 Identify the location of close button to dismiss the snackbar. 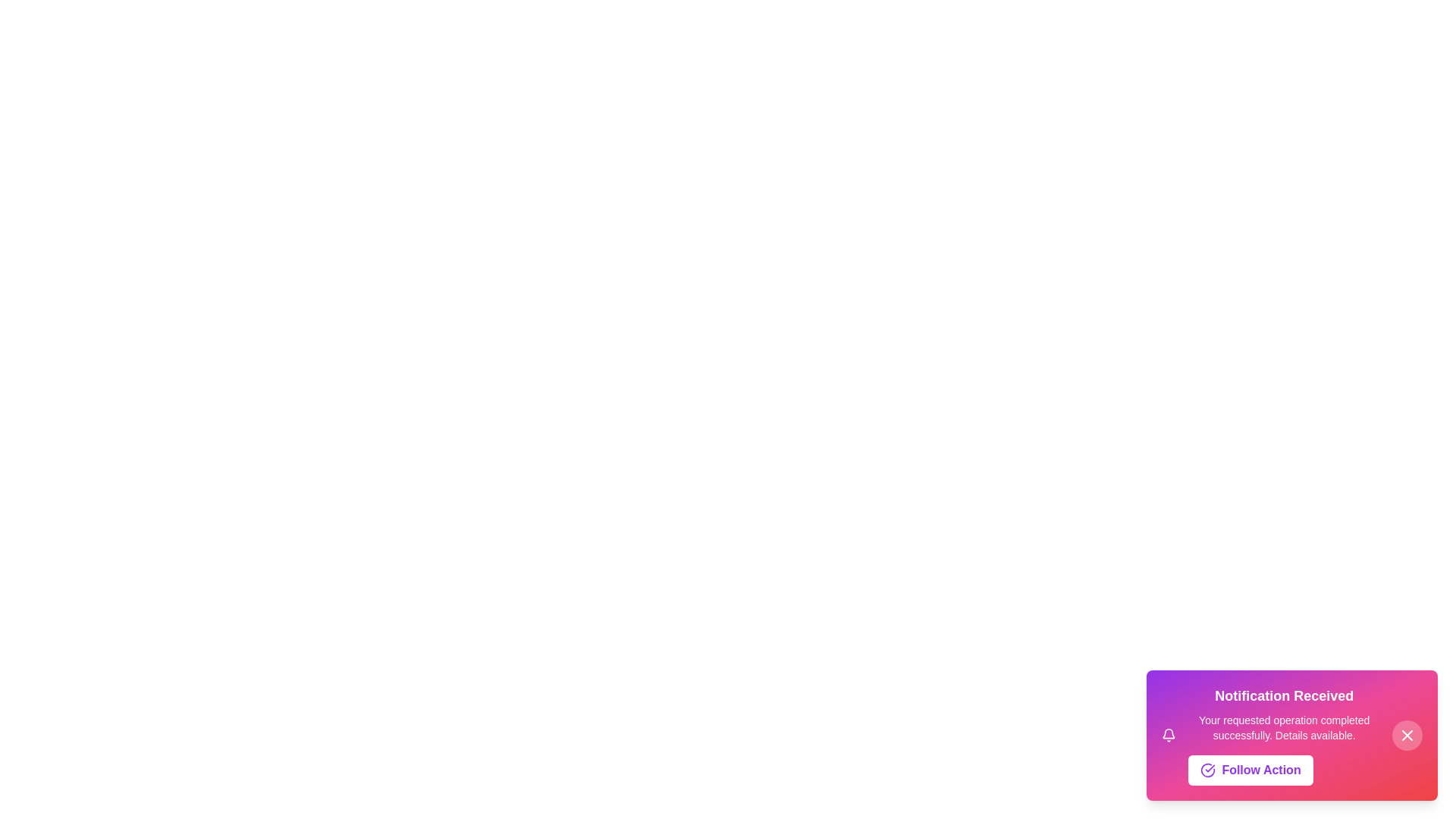
(1407, 734).